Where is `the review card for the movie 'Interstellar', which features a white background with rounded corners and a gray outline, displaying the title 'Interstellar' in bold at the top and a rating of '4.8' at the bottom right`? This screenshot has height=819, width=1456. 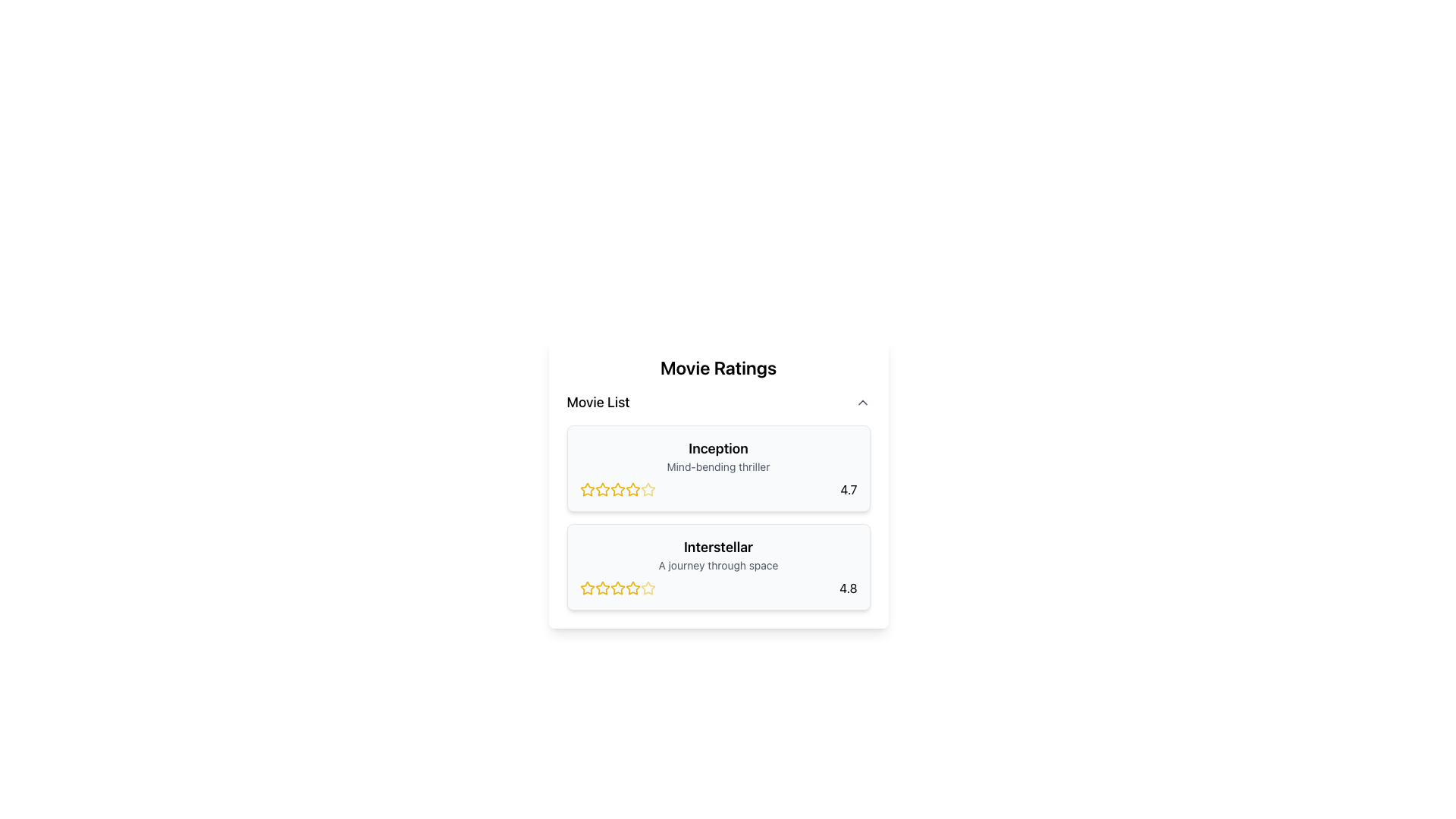
the review card for the movie 'Interstellar', which features a white background with rounded corners and a gray outline, displaying the title 'Interstellar' in bold at the top and a rating of '4.8' at the bottom right is located at coordinates (717, 567).